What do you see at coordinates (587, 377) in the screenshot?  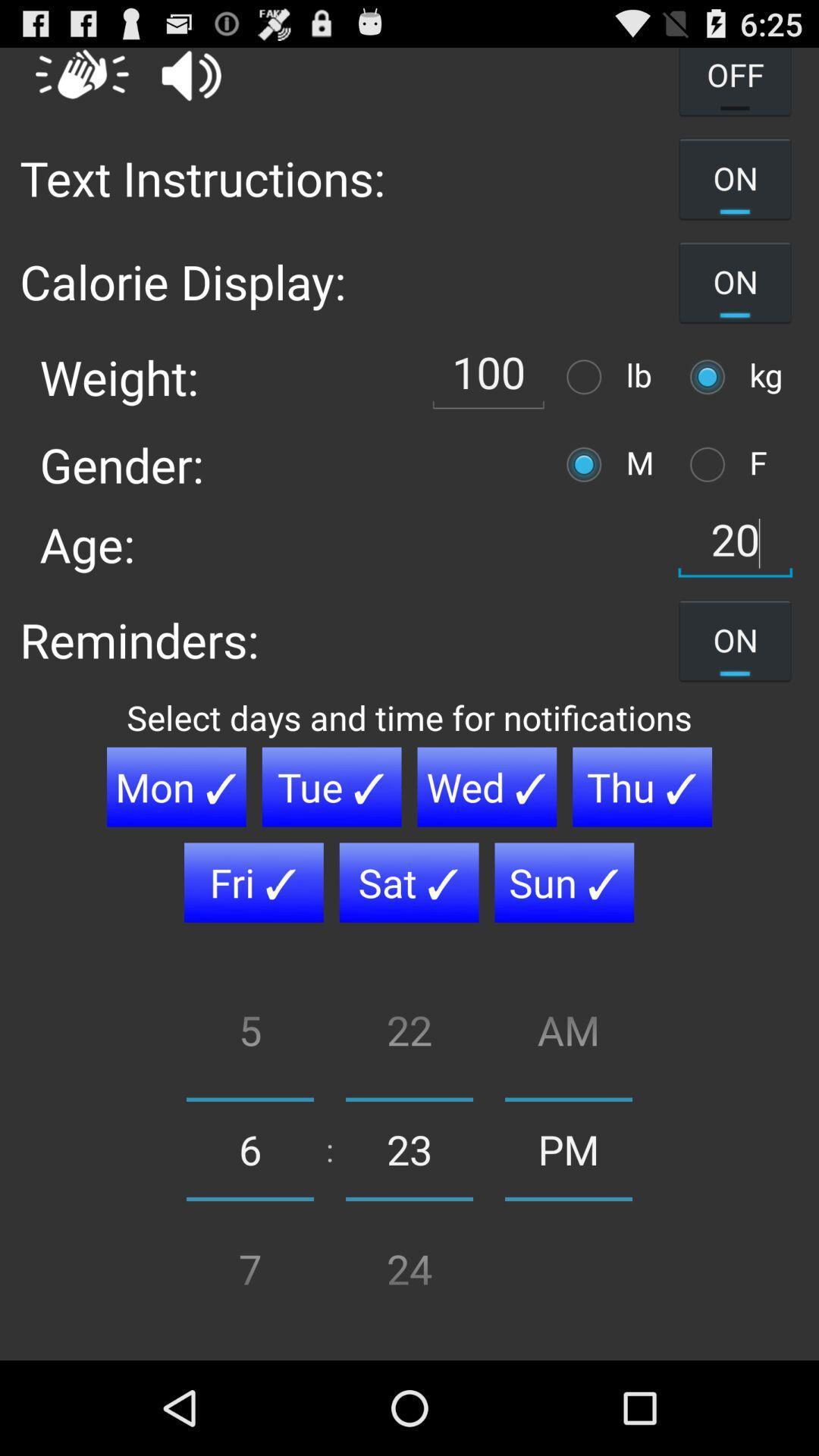 I see `set weight measurement to pounds` at bounding box center [587, 377].